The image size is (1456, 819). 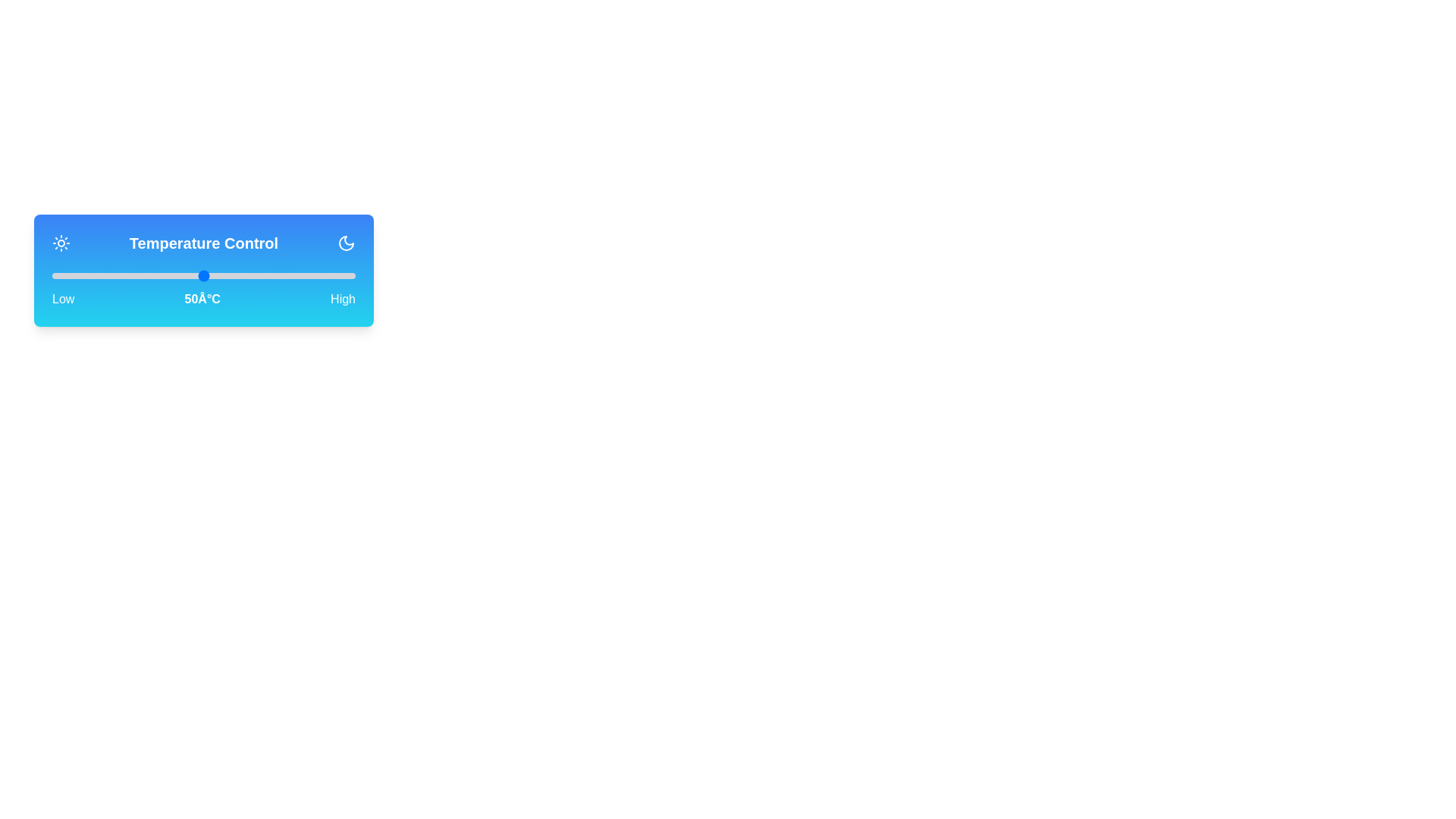 What do you see at coordinates (315, 275) in the screenshot?
I see `the temperature to 87°C by moving the slider` at bounding box center [315, 275].